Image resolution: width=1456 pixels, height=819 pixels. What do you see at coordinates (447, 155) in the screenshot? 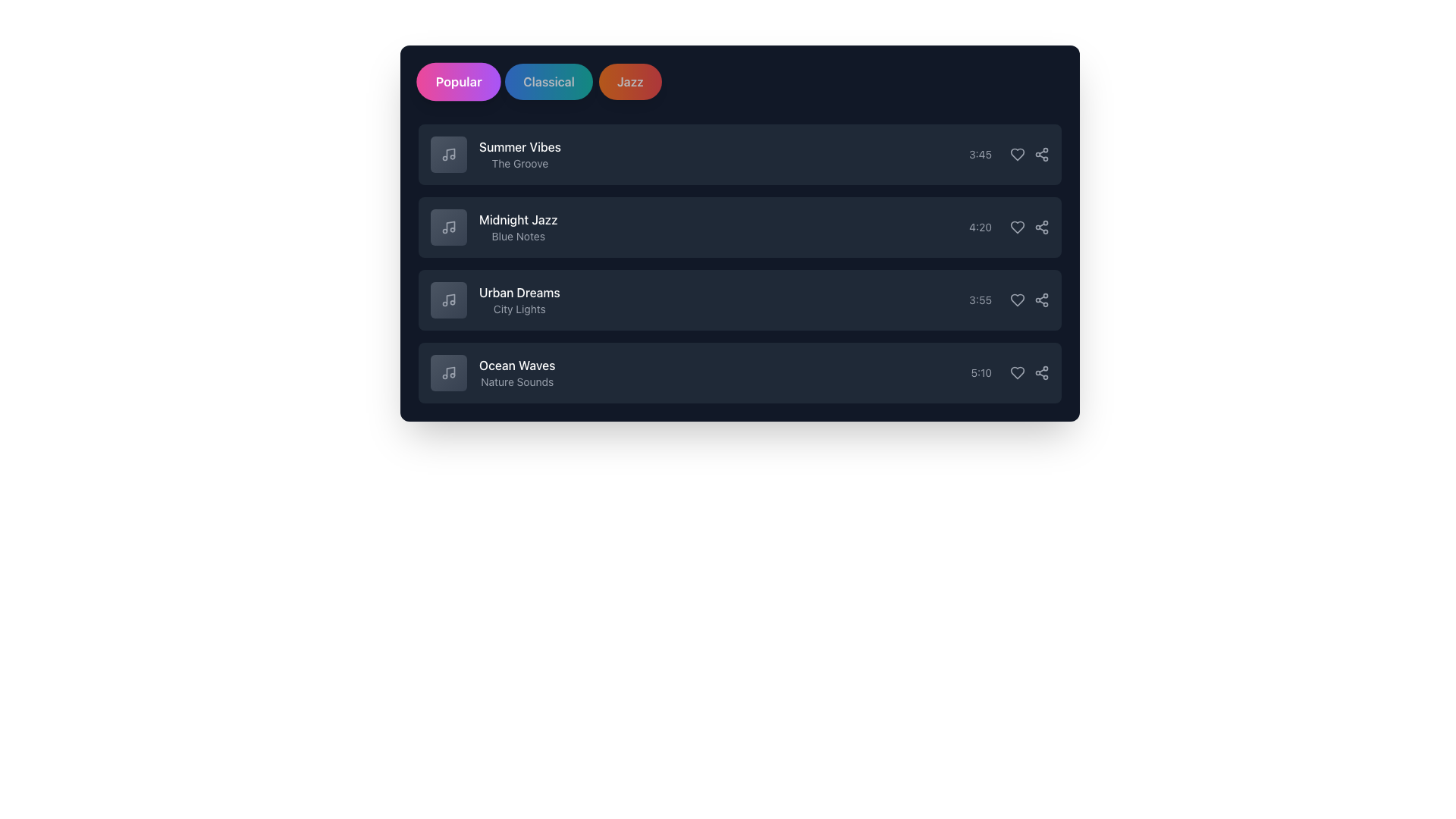
I see `the musical note SVG graphic icon located to the left of the text 'Summer Vibes'` at bounding box center [447, 155].